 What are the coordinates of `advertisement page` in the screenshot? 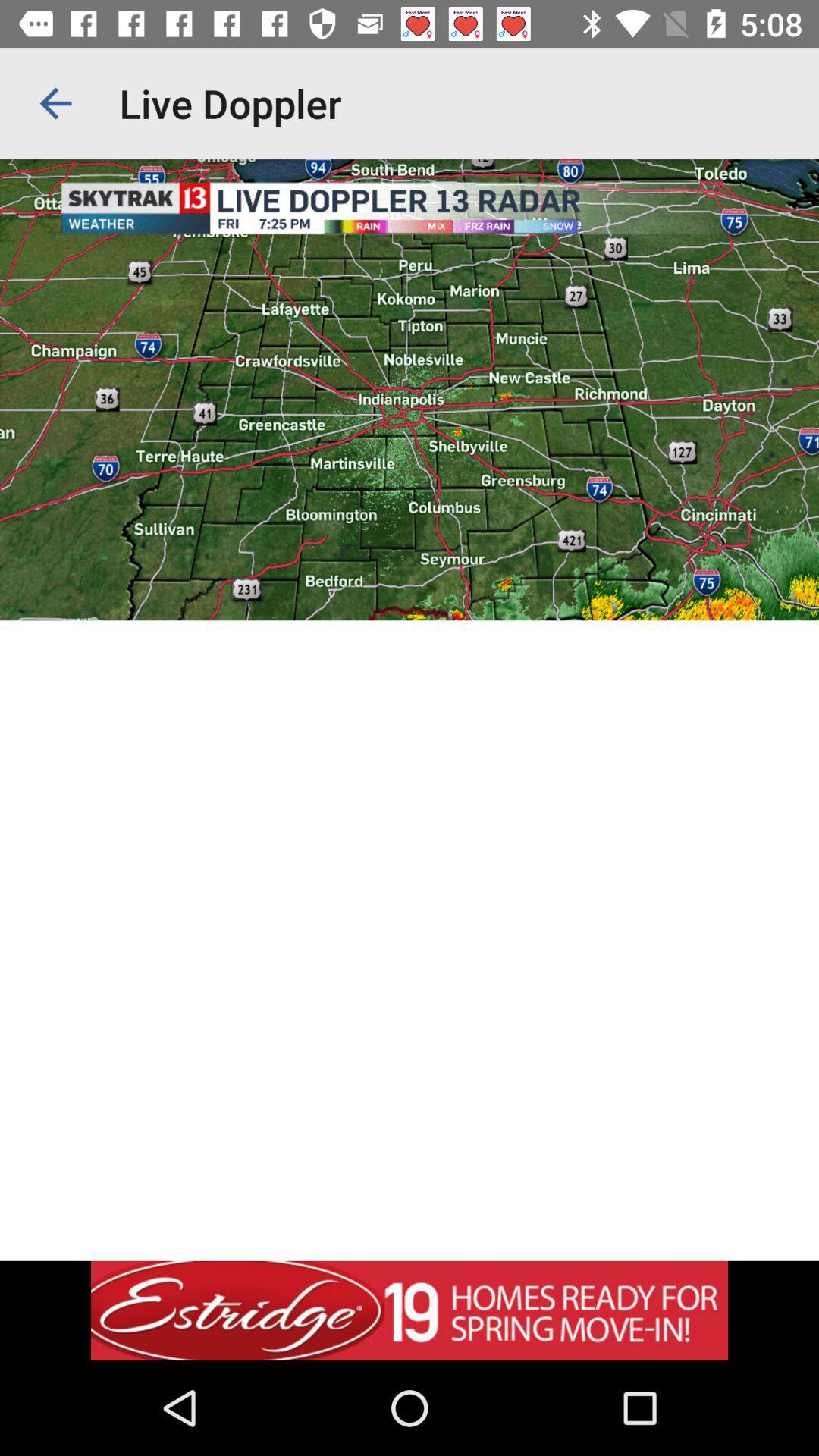 It's located at (409, 1310).